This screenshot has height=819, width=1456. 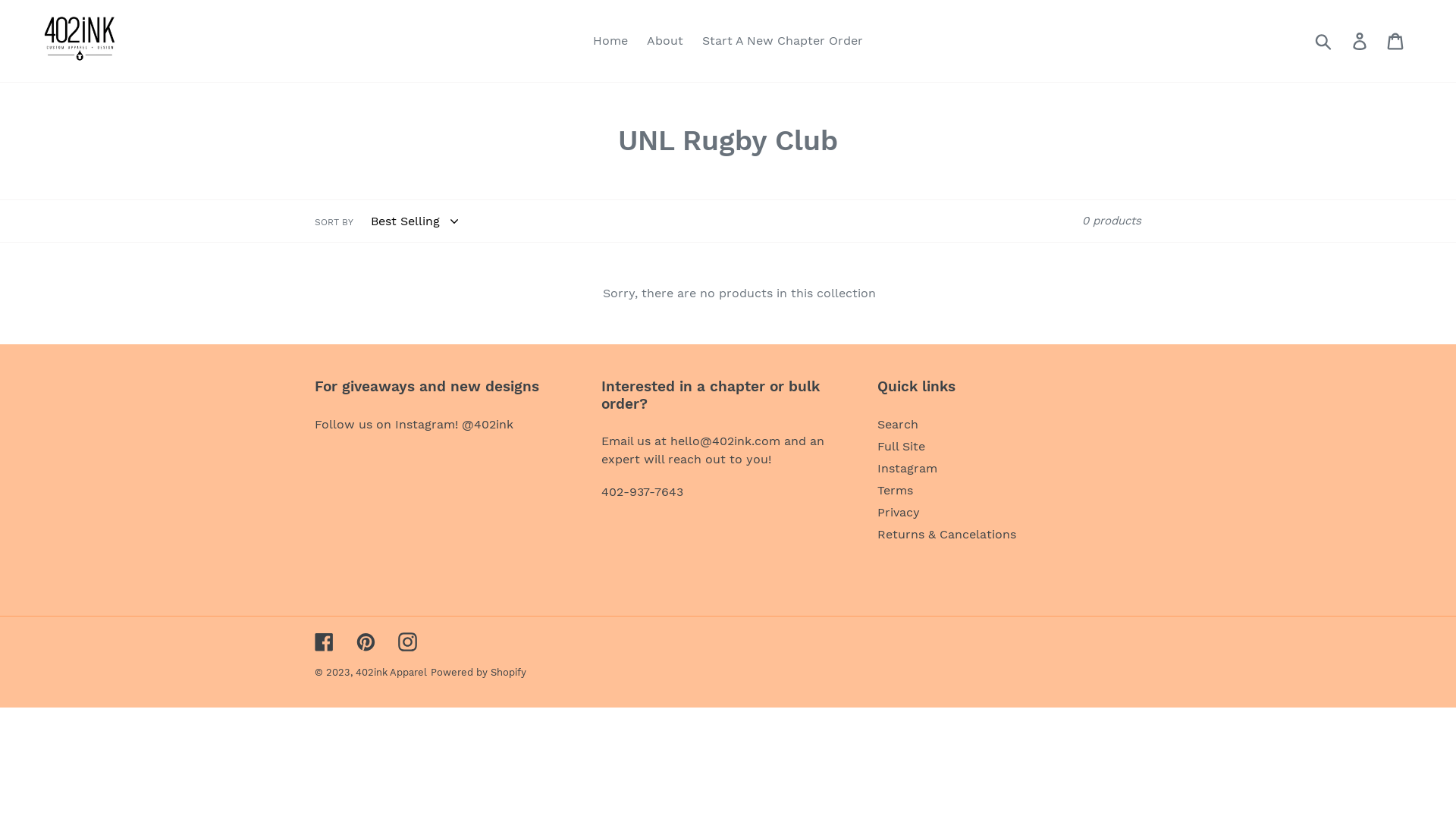 I want to click on 'Powered by Shopify', so click(x=429, y=671).